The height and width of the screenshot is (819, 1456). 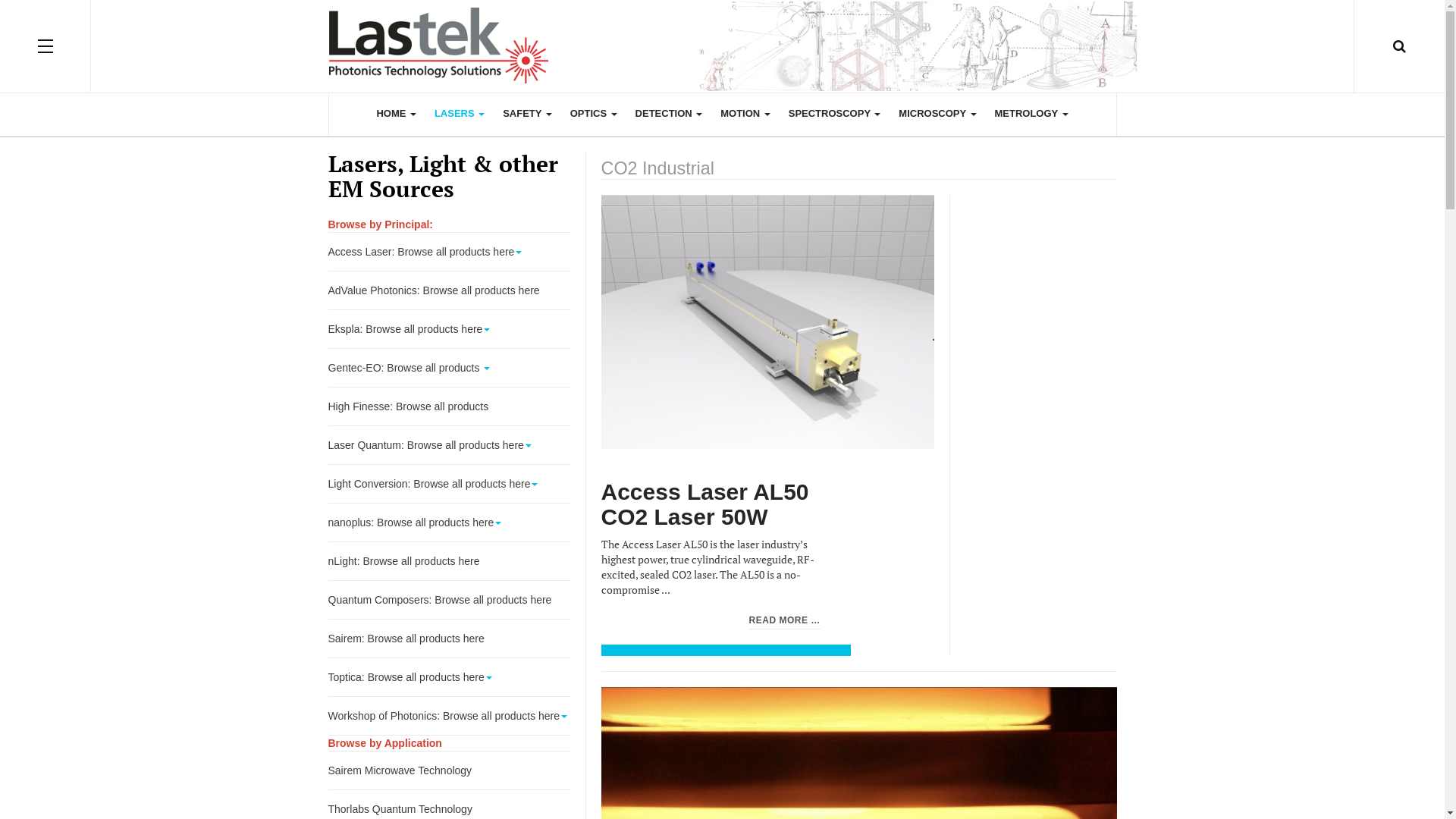 What do you see at coordinates (447, 444) in the screenshot?
I see `'Laser Quantum: Browse all products here'` at bounding box center [447, 444].